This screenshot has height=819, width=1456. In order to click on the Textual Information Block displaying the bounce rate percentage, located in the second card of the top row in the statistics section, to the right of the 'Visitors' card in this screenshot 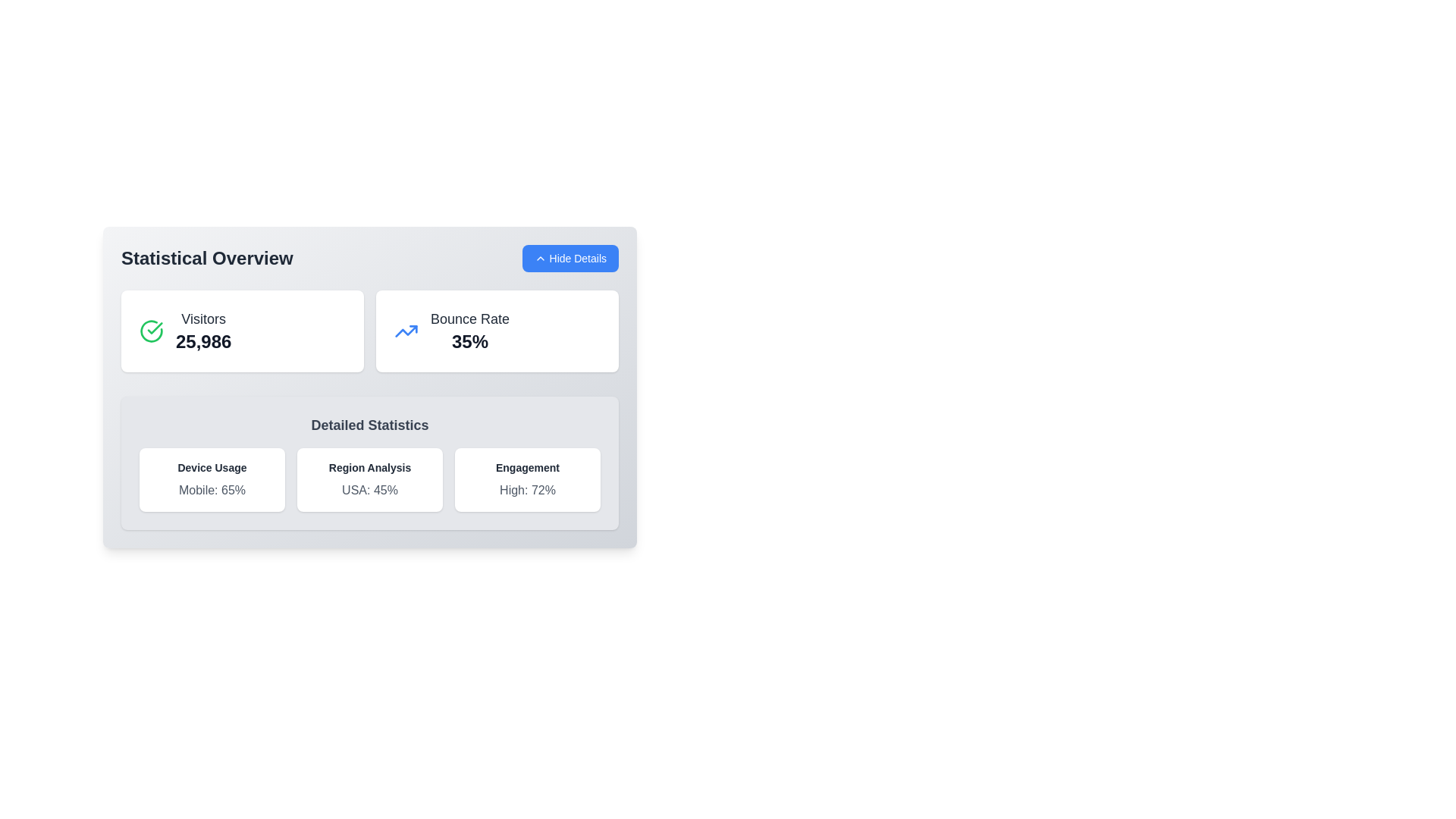, I will do `click(469, 330)`.